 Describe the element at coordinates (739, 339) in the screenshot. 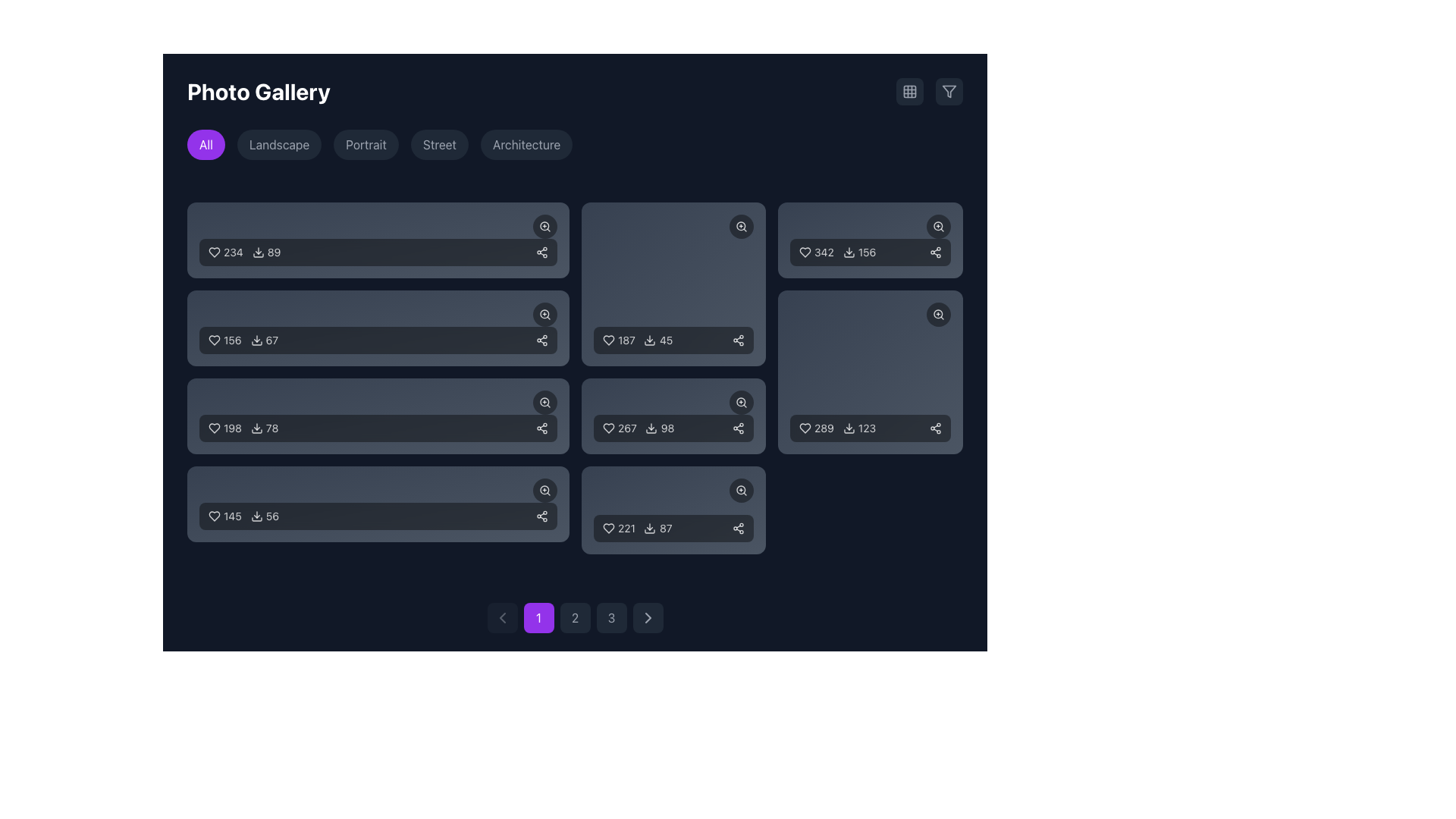

I see `the share button, represented by a minimalistic white icon of a connected diagram with three circular nodes, located in the bottom right corner of the card displaying the numbers '187 45'` at that location.